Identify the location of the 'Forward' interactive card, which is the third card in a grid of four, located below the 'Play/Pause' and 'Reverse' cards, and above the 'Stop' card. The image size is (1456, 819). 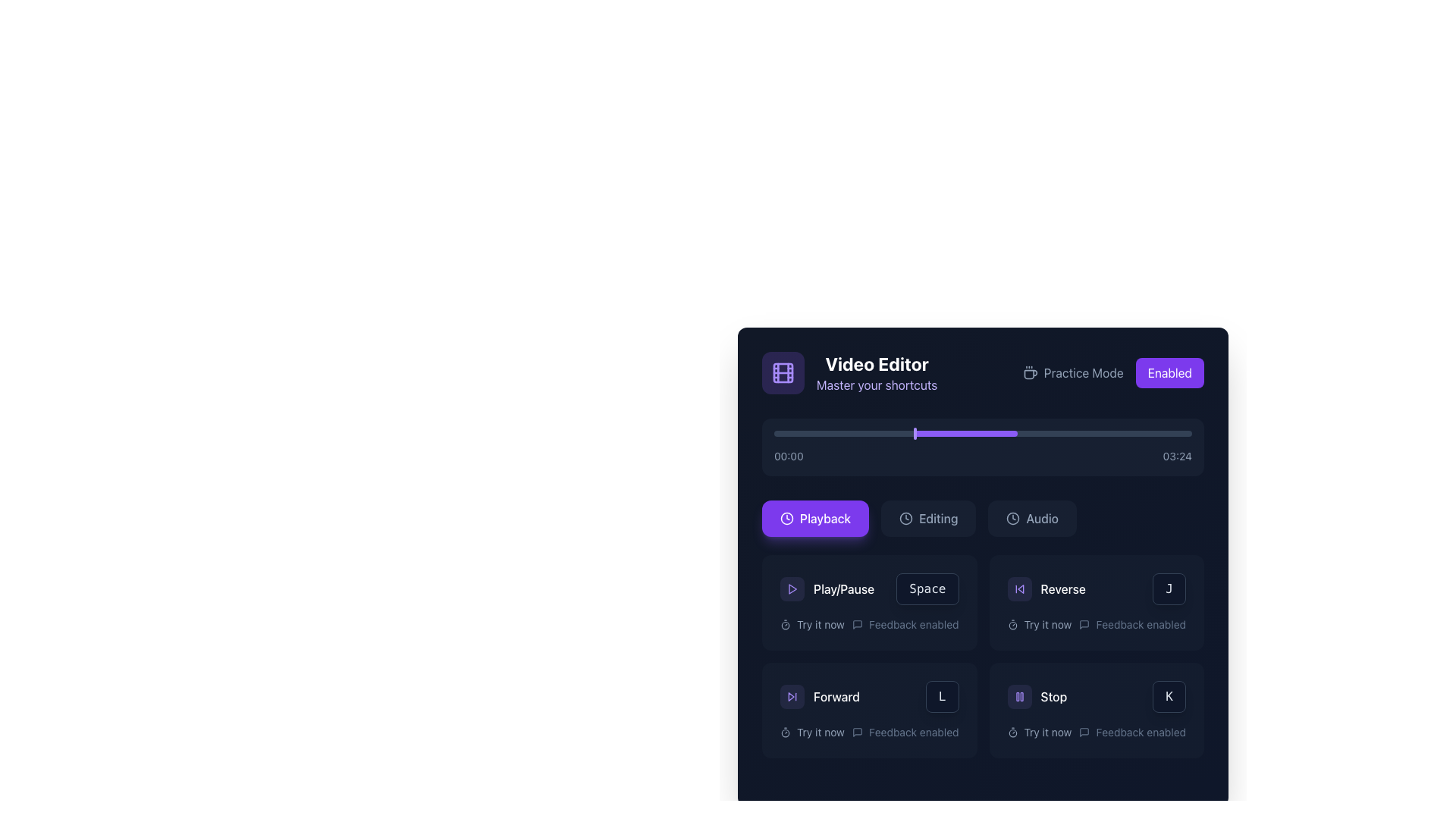
(869, 711).